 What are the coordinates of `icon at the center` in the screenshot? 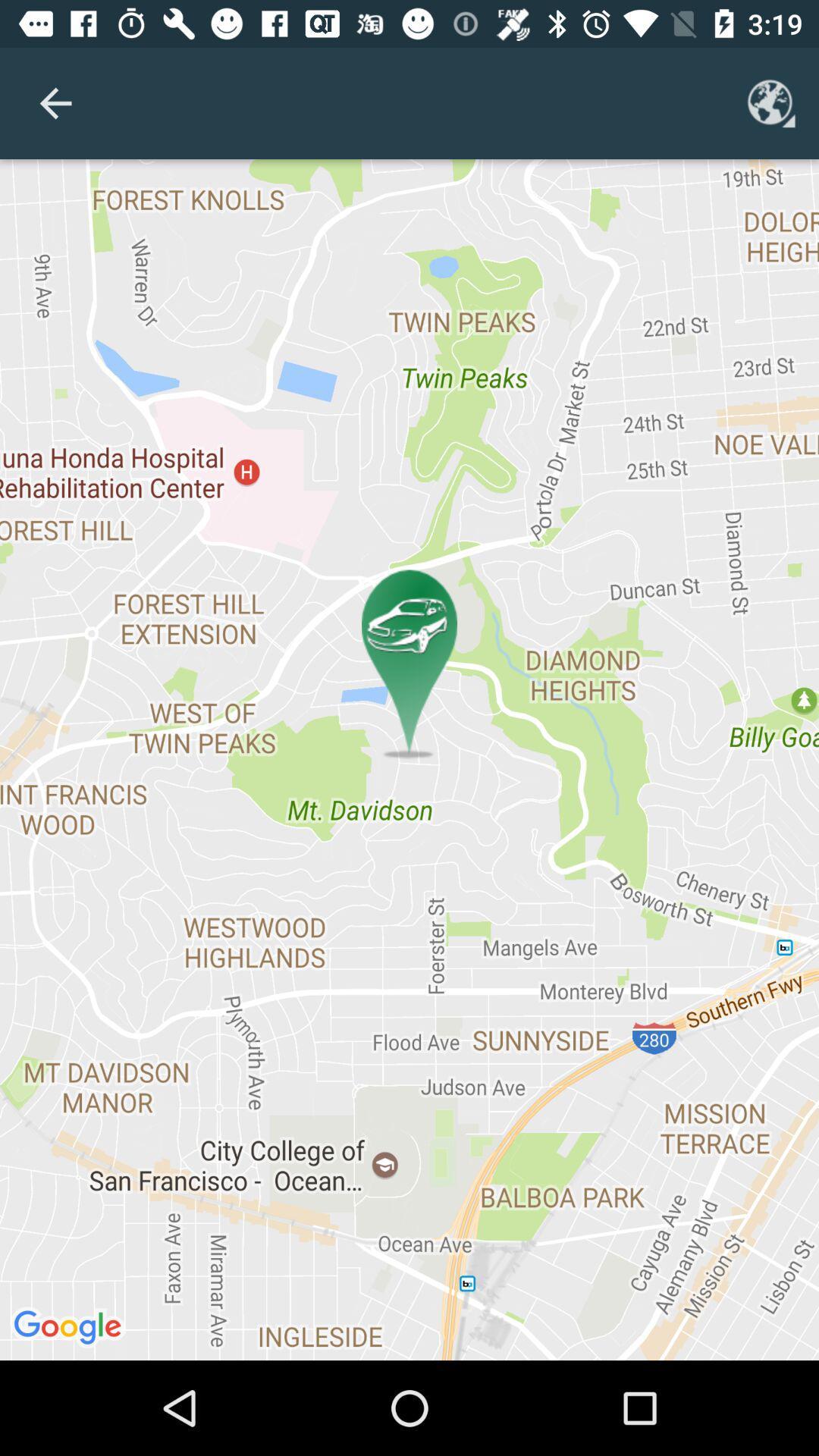 It's located at (409, 760).